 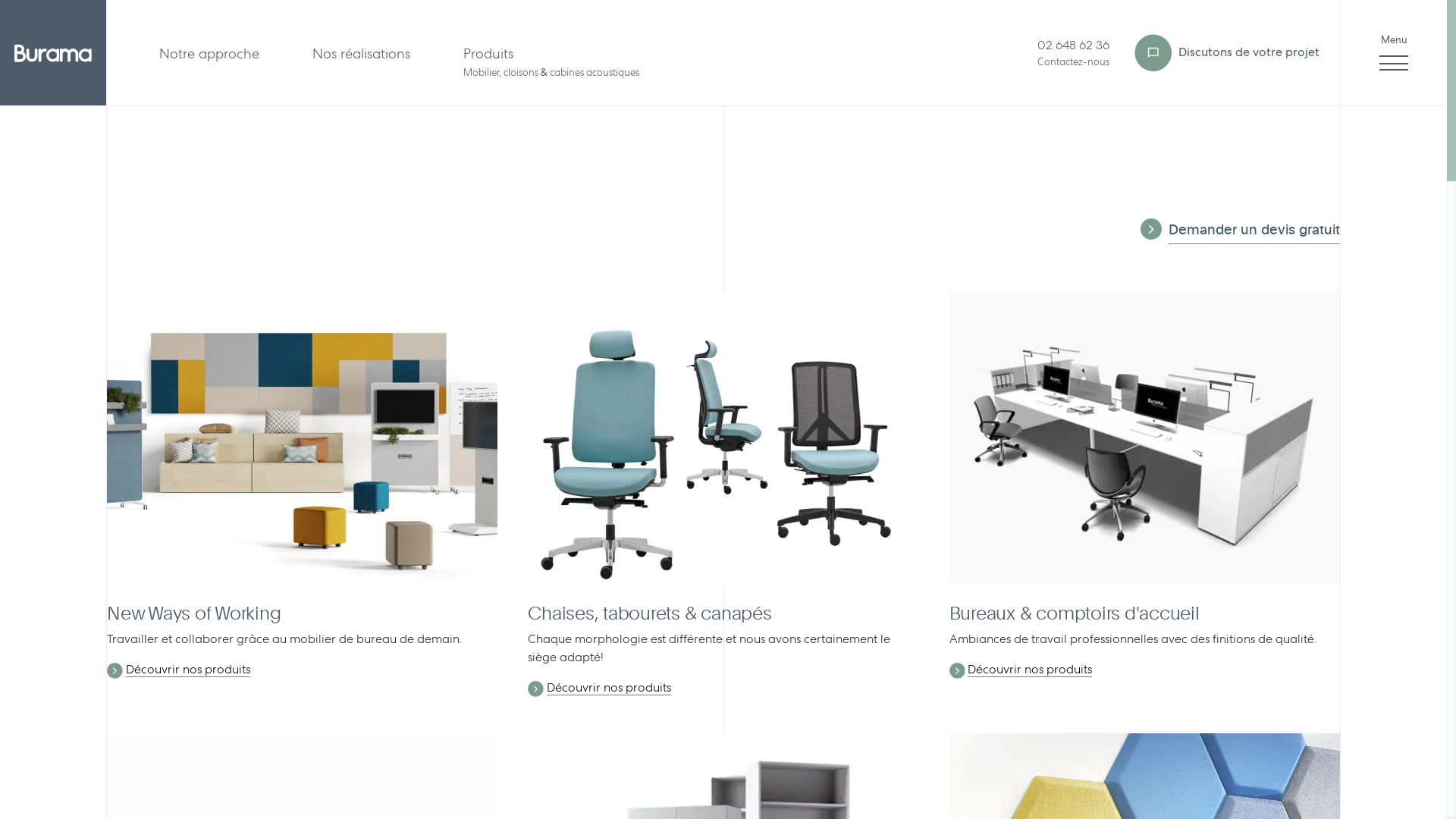 I want to click on 'Produits', so click(x=488, y=52).